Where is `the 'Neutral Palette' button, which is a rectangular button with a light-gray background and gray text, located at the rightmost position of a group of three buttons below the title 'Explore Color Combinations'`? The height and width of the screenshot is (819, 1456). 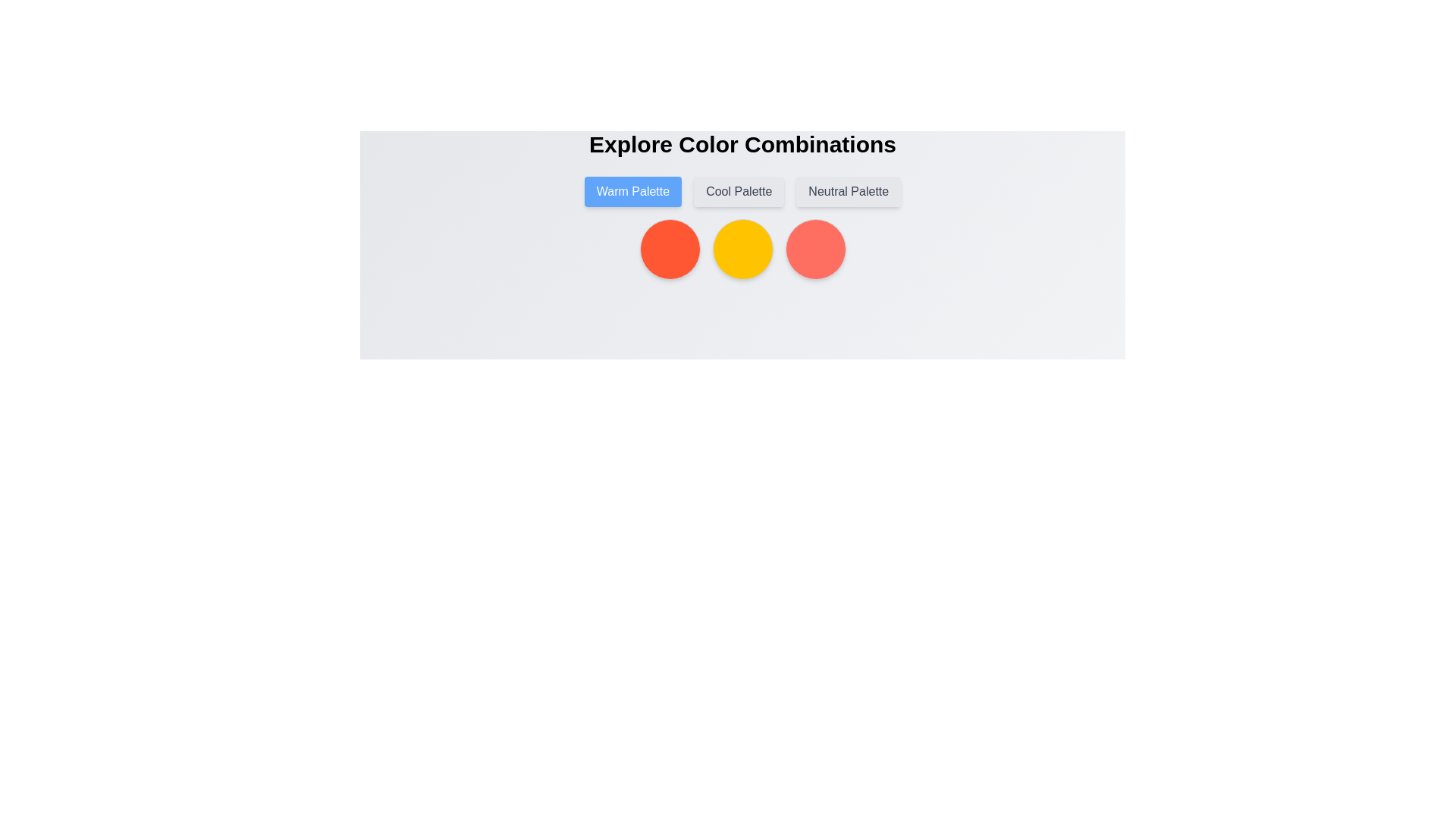 the 'Neutral Palette' button, which is a rectangular button with a light-gray background and gray text, located at the rightmost position of a group of three buttons below the title 'Explore Color Combinations' is located at coordinates (848, 191).